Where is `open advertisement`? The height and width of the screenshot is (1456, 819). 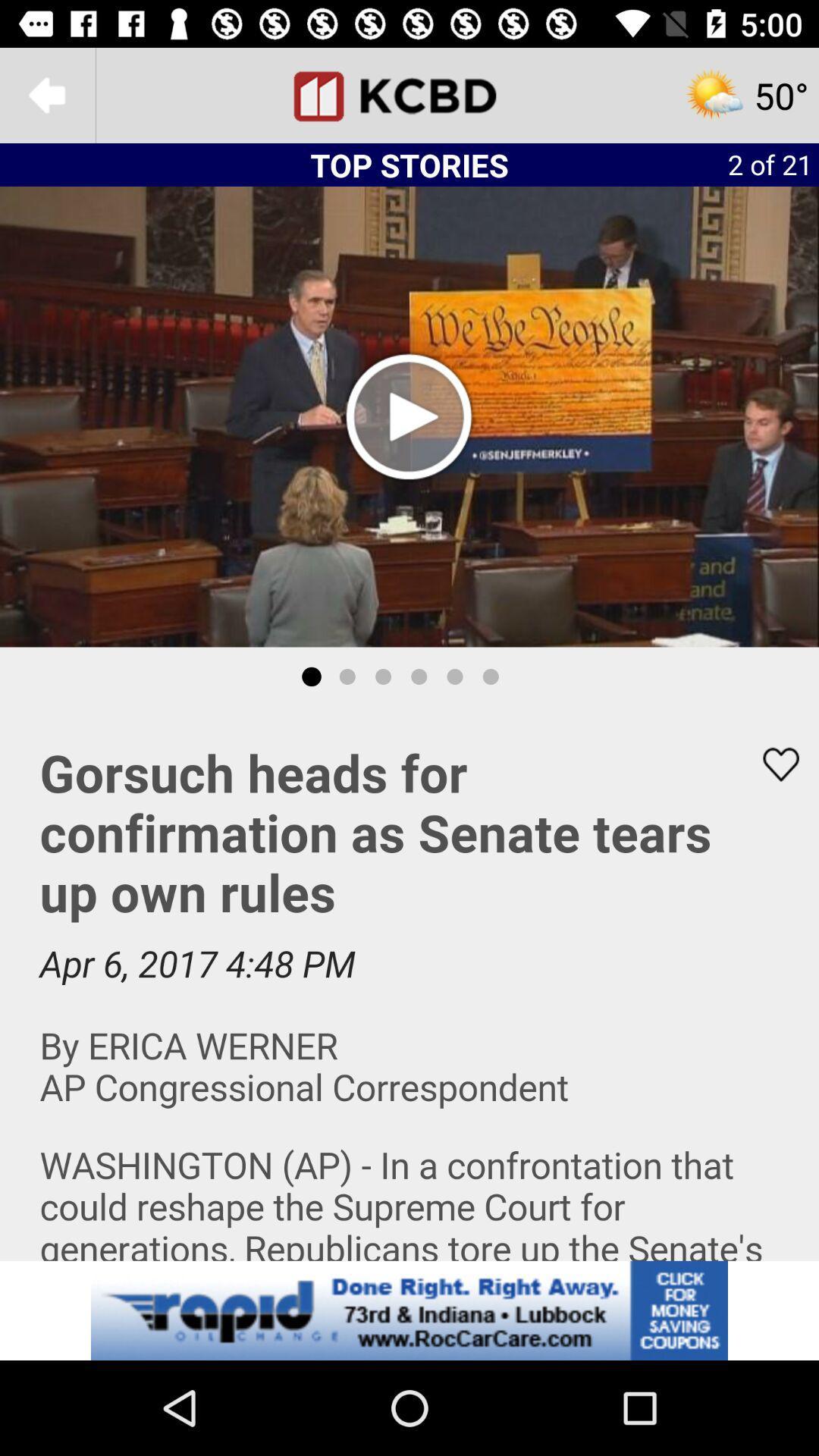 open advertisement is located at coordinates (409, 1310).